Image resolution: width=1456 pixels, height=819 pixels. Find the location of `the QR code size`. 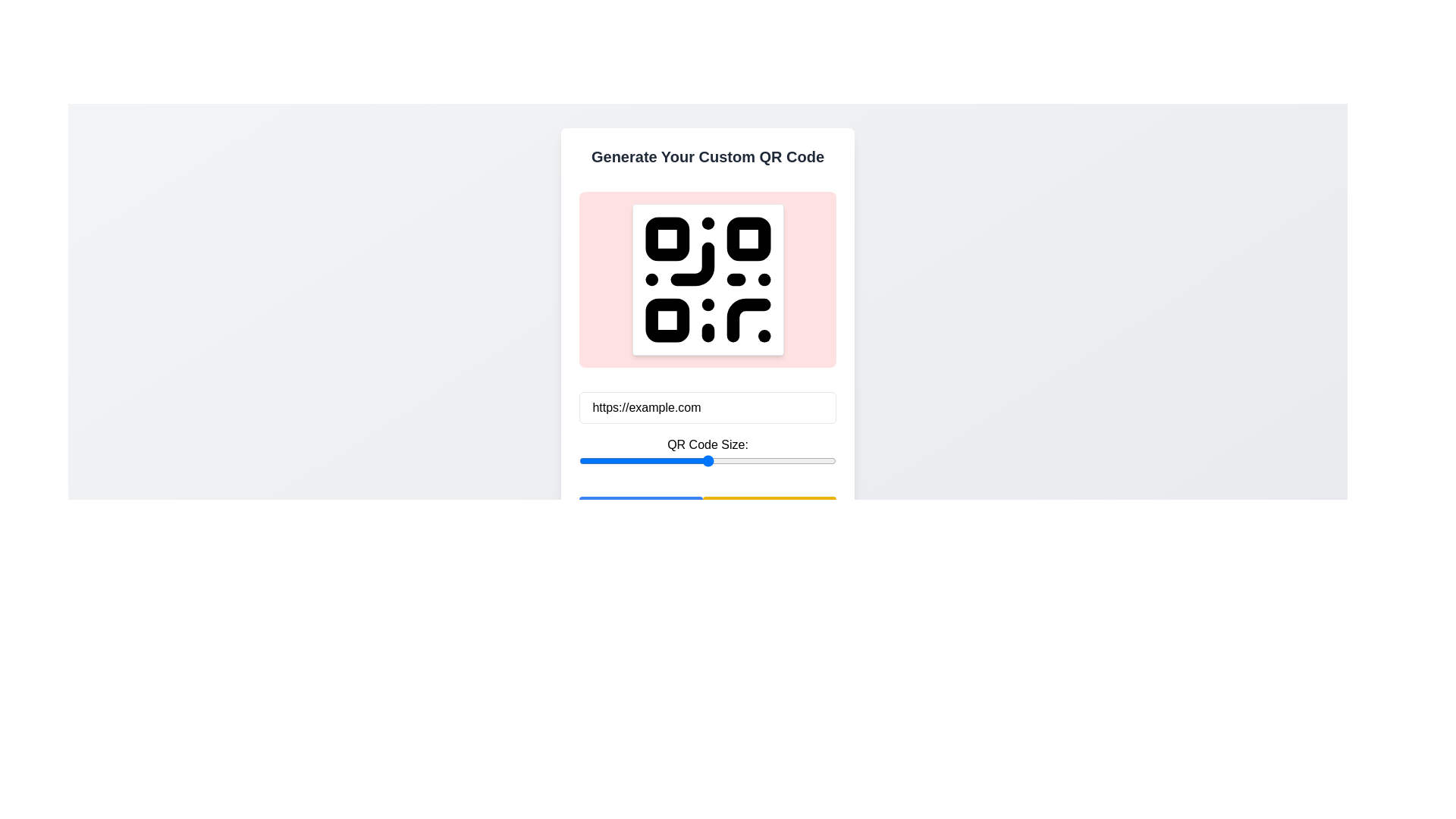

the QR code size is located at coordinates (825, 460).